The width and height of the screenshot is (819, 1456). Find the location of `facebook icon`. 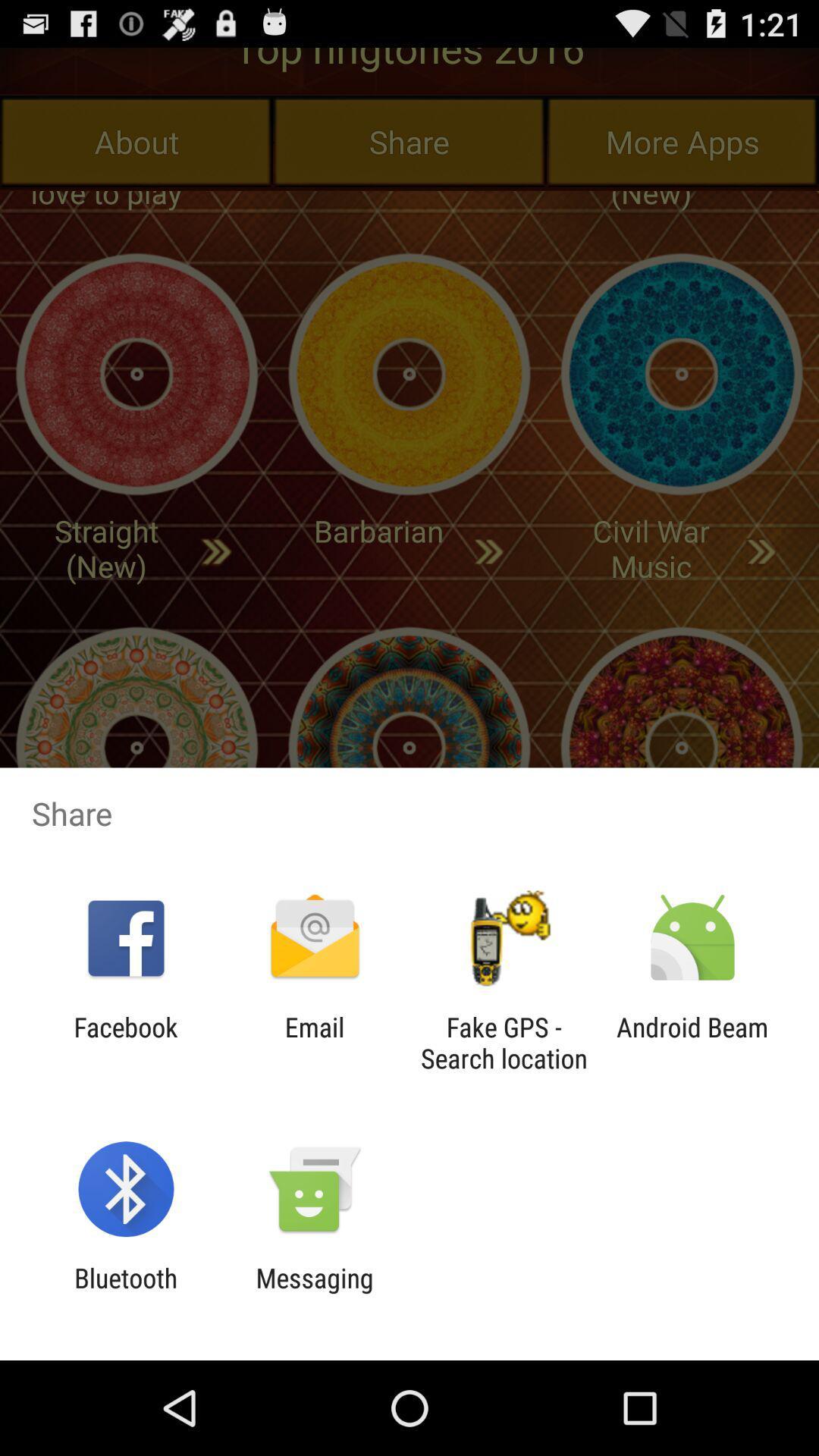

facebook icon is located at coordinates (125, 1042).